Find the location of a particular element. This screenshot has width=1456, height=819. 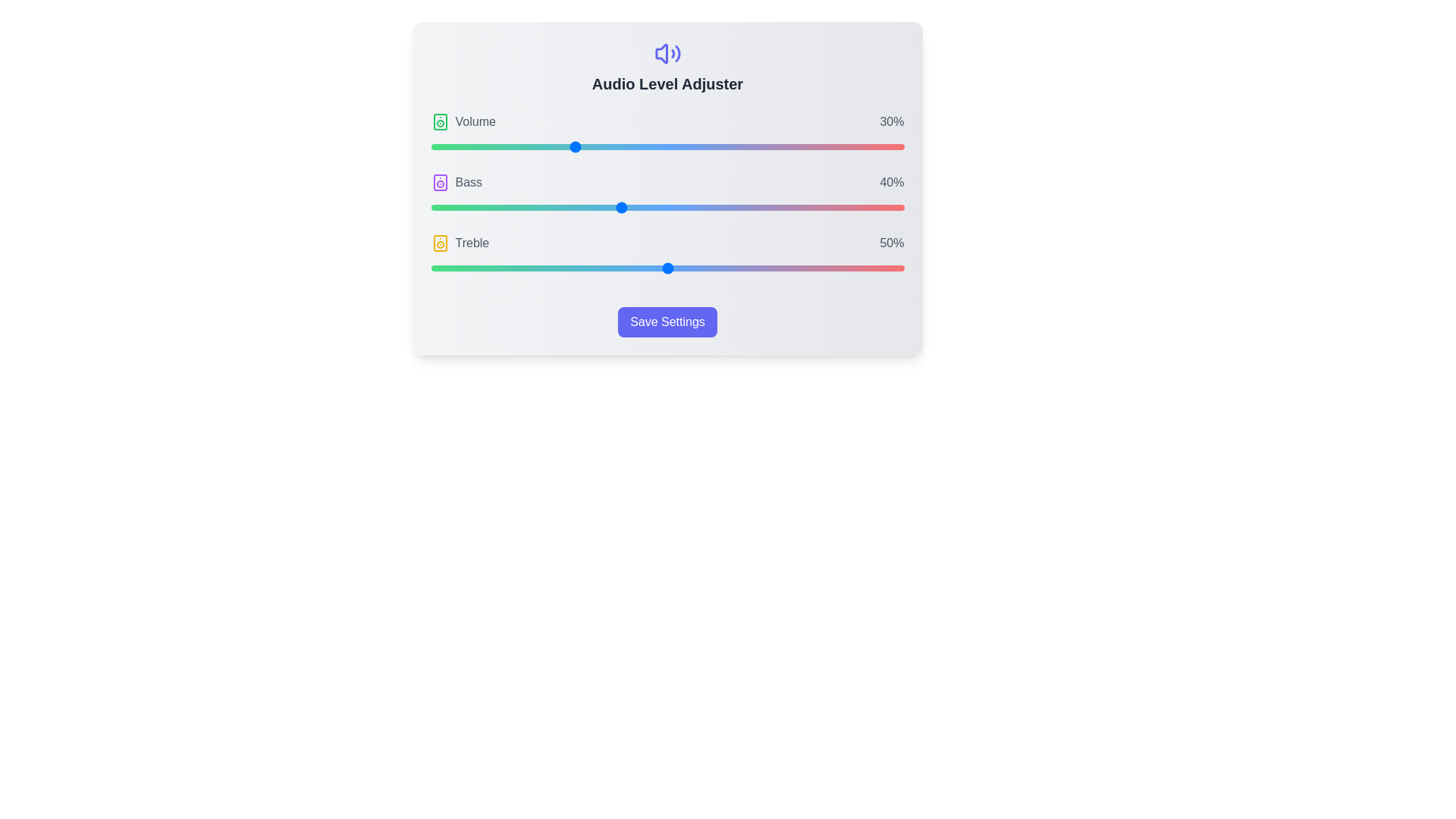

the Bass slider to 30% is located at coordinates (572, 207).